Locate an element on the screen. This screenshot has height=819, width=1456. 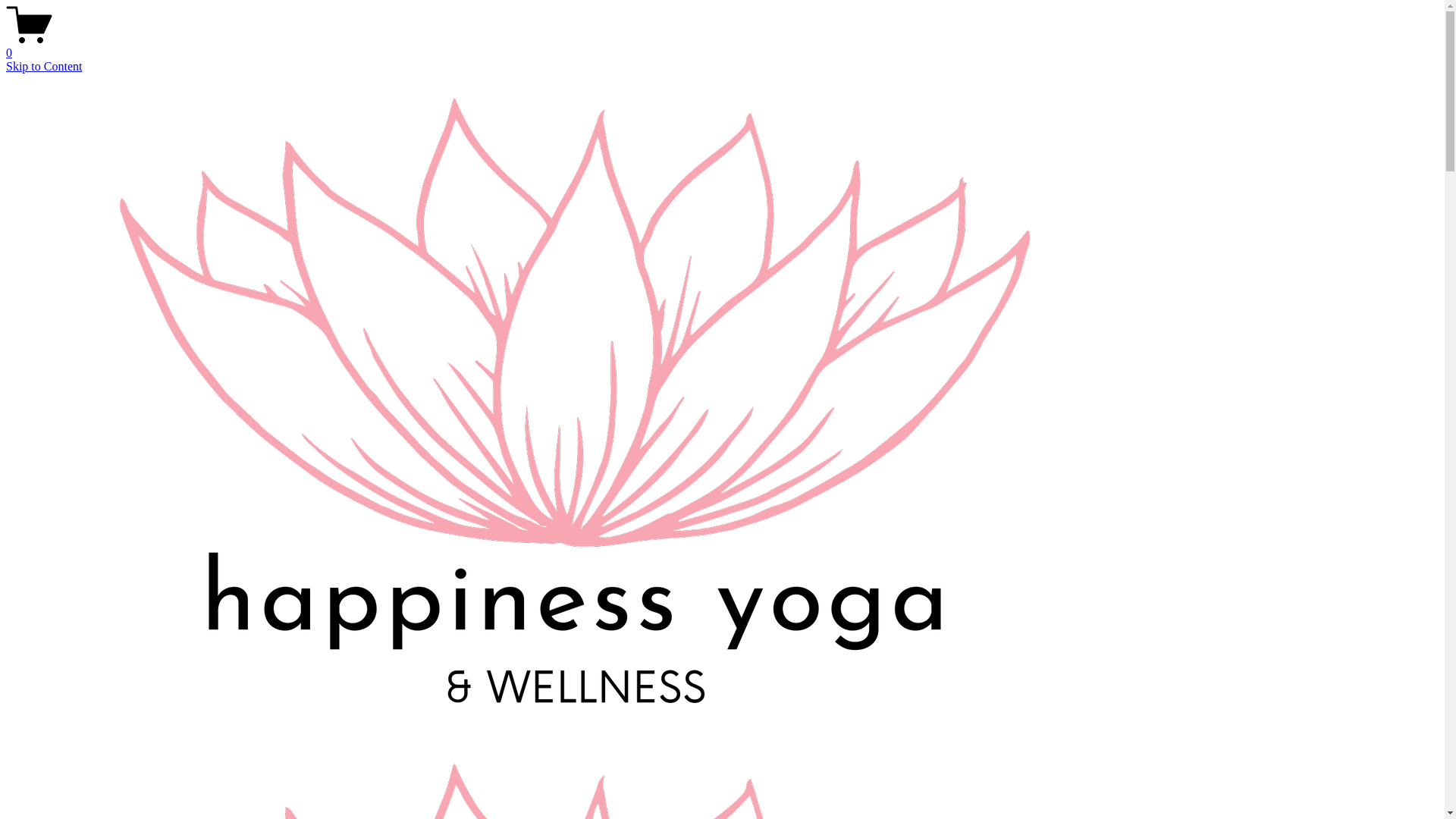
'0' is located at coordinates (6, 45).